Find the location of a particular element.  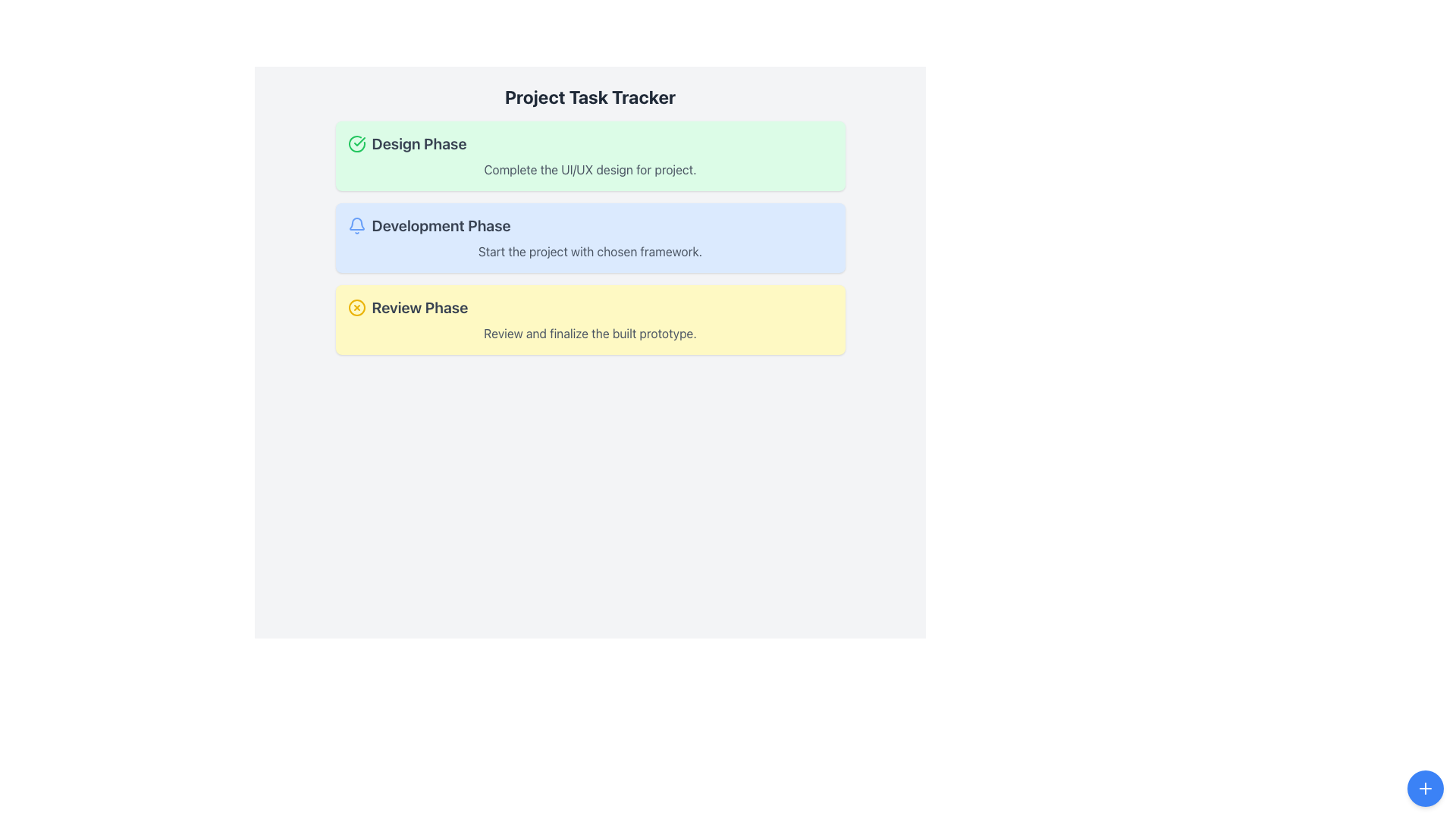

the 'Review Phase' text label, which is styled in bold dark gray on a yellow background and is the third item in a vertical list of phases is located at coordinates (419, 307).